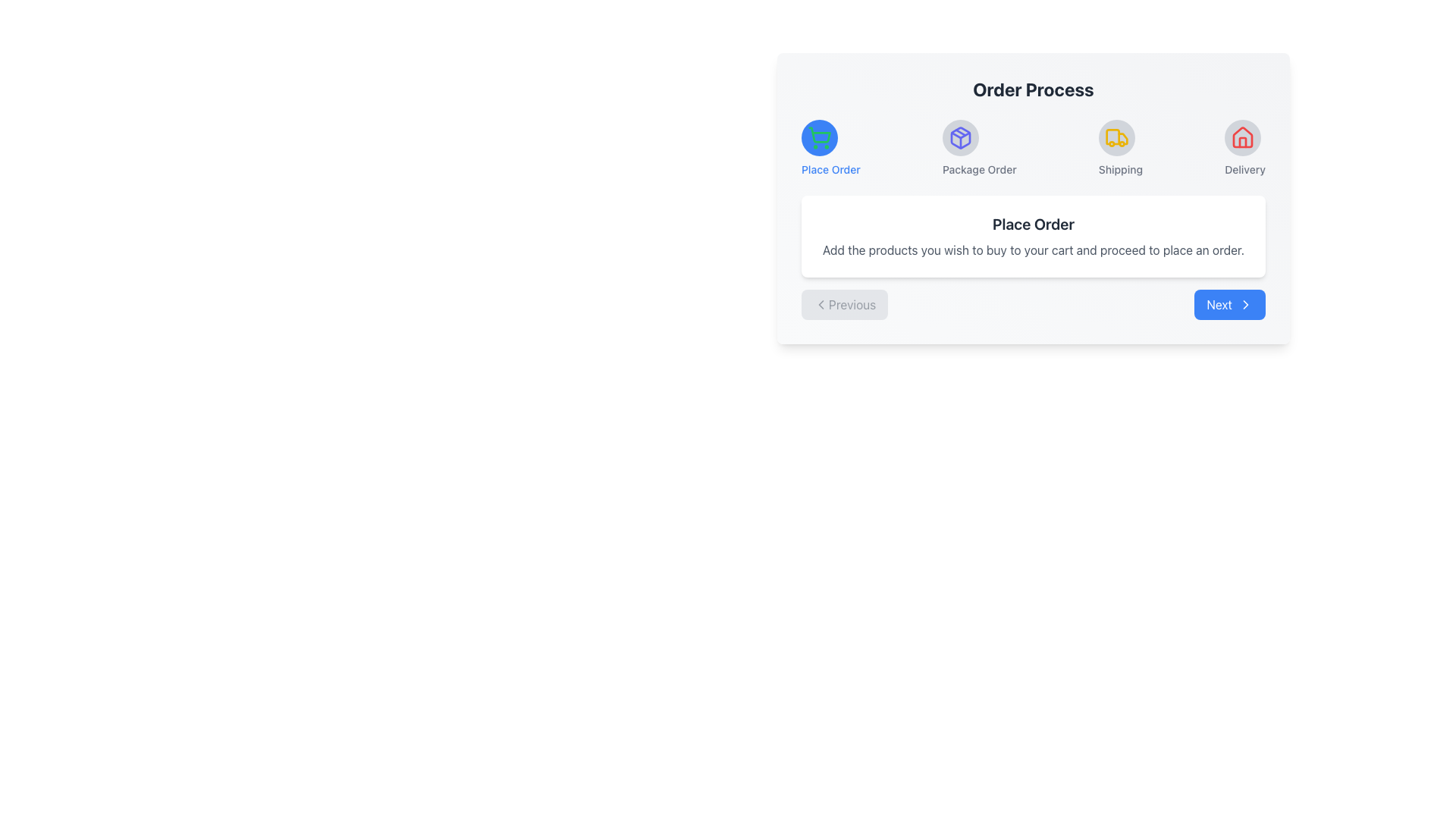 This screenshot has width=1456, height=819. What do you see at coordinates (1033, 224) in the screenshot?
I see `the header text indicating 'Place Order', which is positioned at the top of a rectangular card layout` at bounding box center [1033, 224].